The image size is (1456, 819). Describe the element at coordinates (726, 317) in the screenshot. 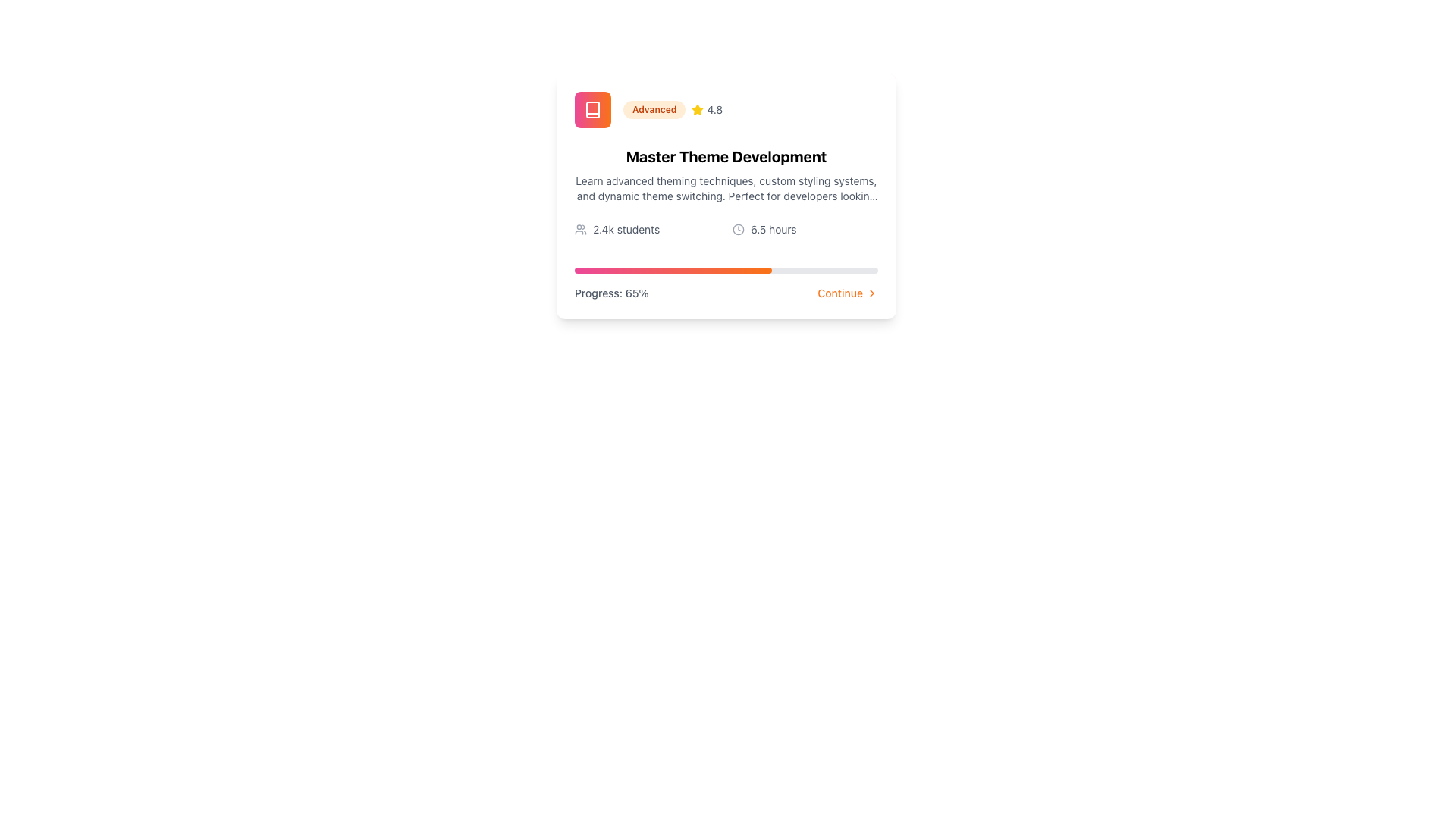

I see `the decorative bar at the bottom of the card layout displaying a gradient from pink to orange, which contains 'Master Theme Development' details` at that location.